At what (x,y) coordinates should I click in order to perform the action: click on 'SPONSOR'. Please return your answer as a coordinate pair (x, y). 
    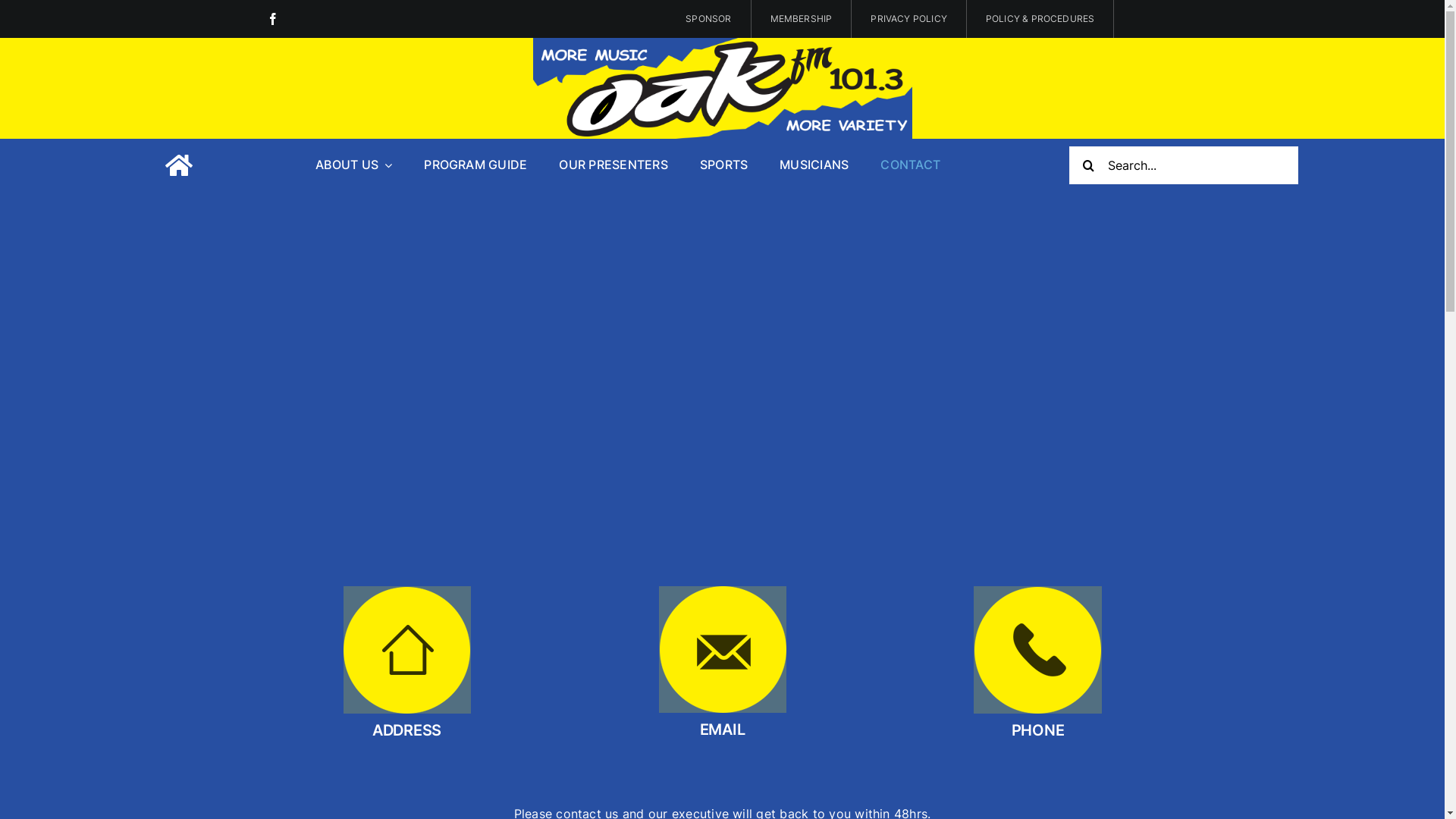
    Looking at the image, I should click on (708, 18).